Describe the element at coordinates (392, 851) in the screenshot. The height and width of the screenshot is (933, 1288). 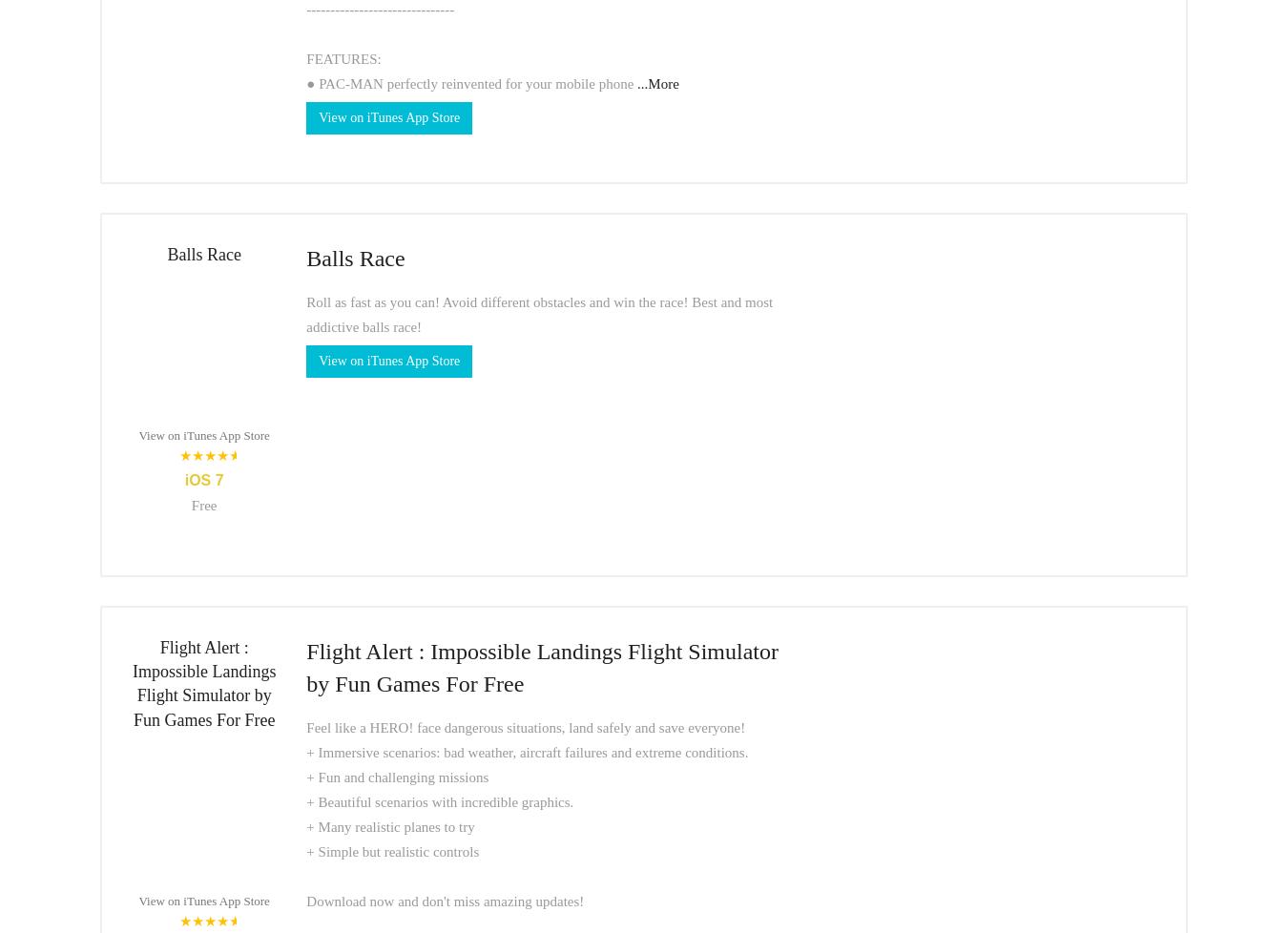
I see `'+ Simple but realistic controls'` at that location.